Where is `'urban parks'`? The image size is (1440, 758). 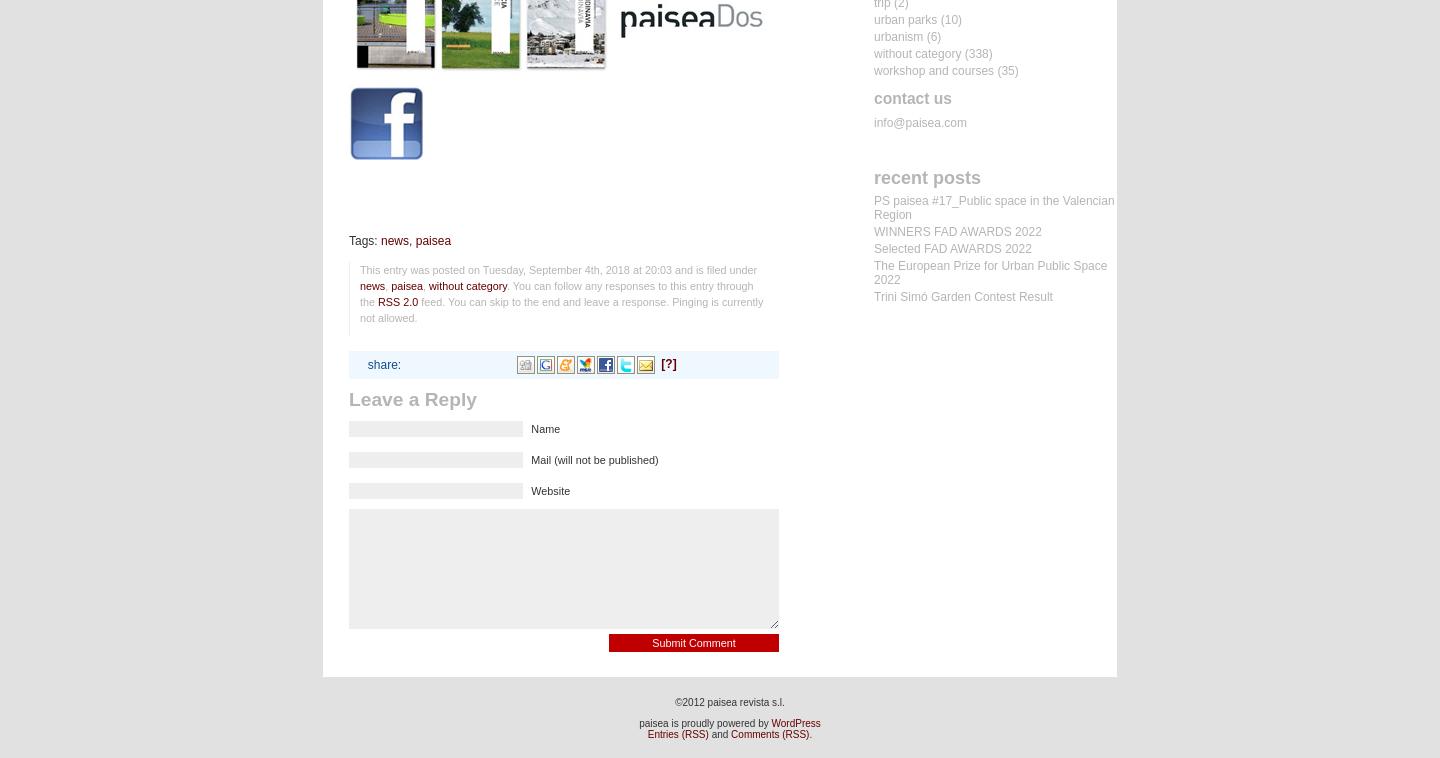 'urban parks' is located at coordinates (905, 19).